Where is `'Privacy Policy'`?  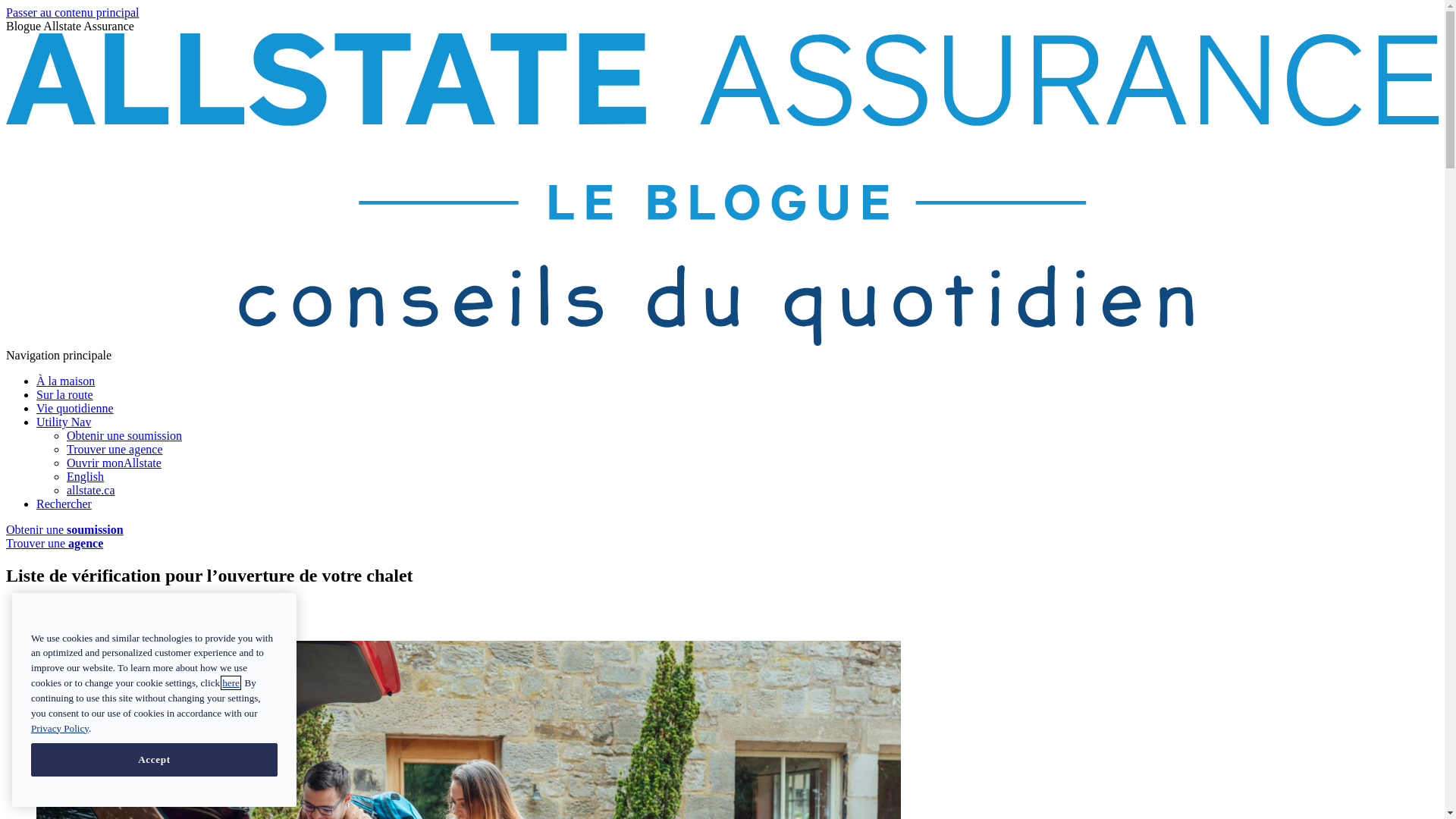 'Privacy Policy' is located at coordinates (59, 726).